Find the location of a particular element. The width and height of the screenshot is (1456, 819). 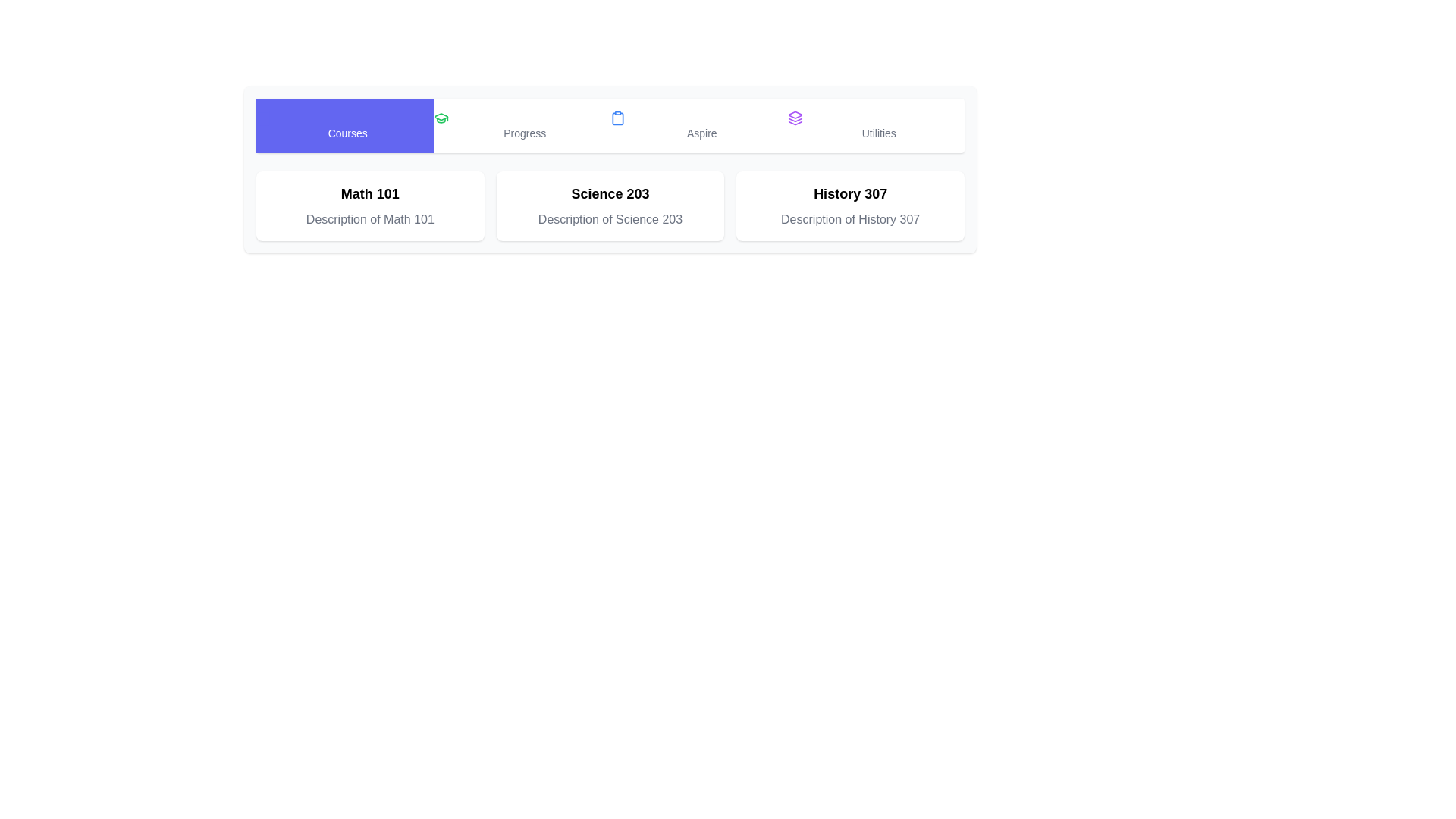

text label that displays 'History 307', which is in bold, large font and positioned at the top of a card layout above the description text is located at coordinates (850, 193).